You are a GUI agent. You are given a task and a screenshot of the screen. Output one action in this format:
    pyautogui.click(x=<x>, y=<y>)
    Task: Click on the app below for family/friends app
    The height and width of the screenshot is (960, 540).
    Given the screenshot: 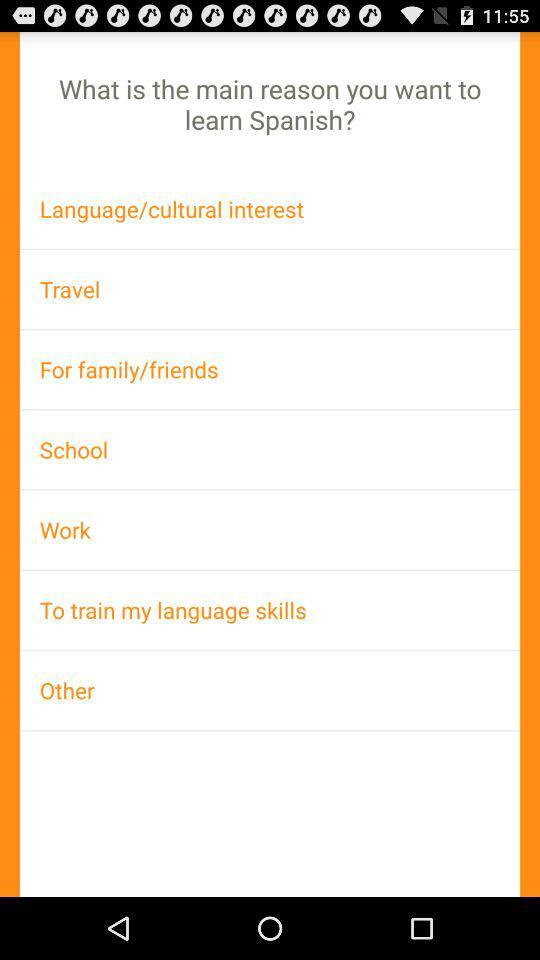 What is the action you would take?
    pyautogui.click(x=270, y=449)
    